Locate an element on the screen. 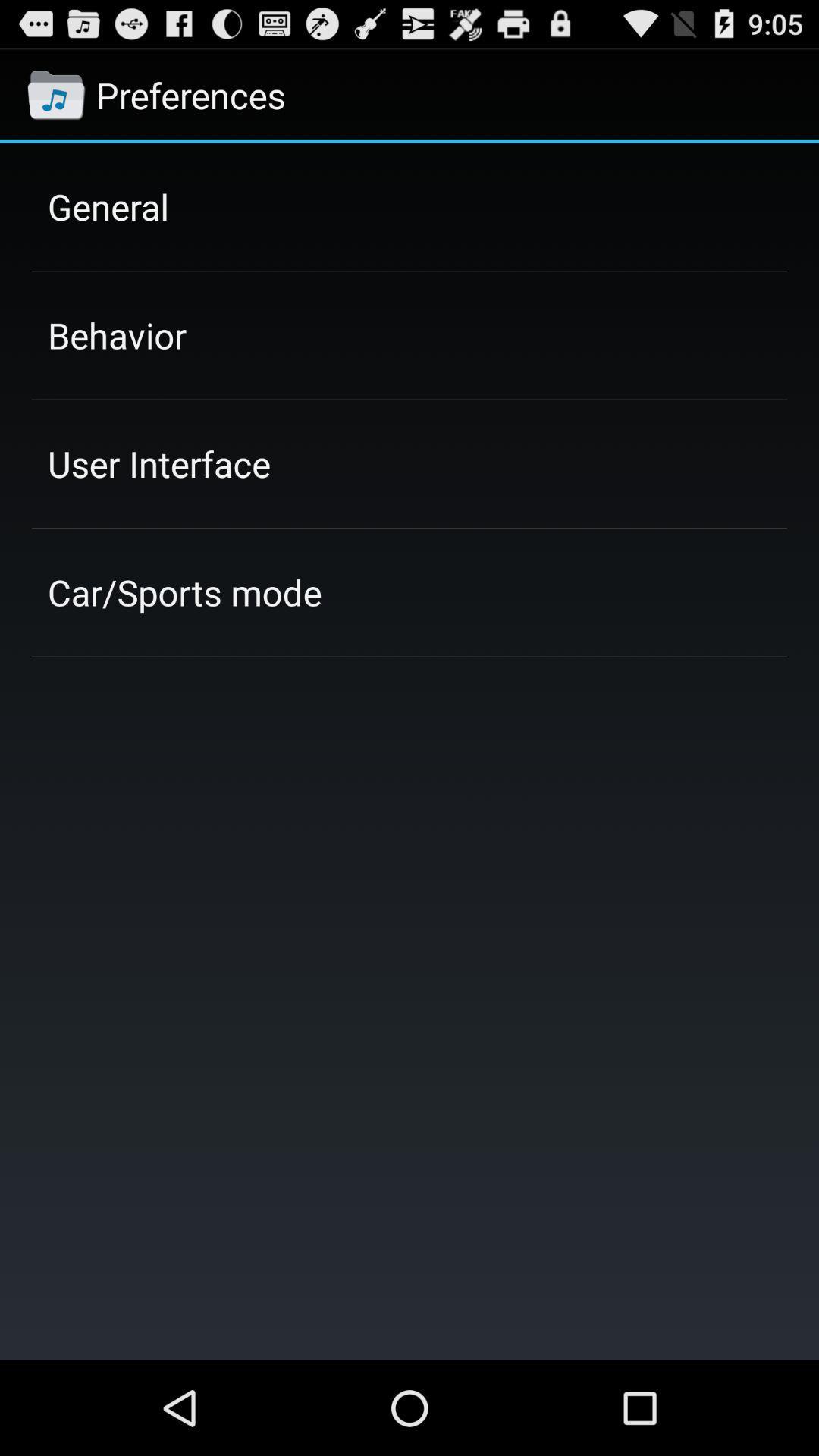 Image resolution: width=819 pixels, height=1456 pixels. item on the left is located at coordinates (184, 591).